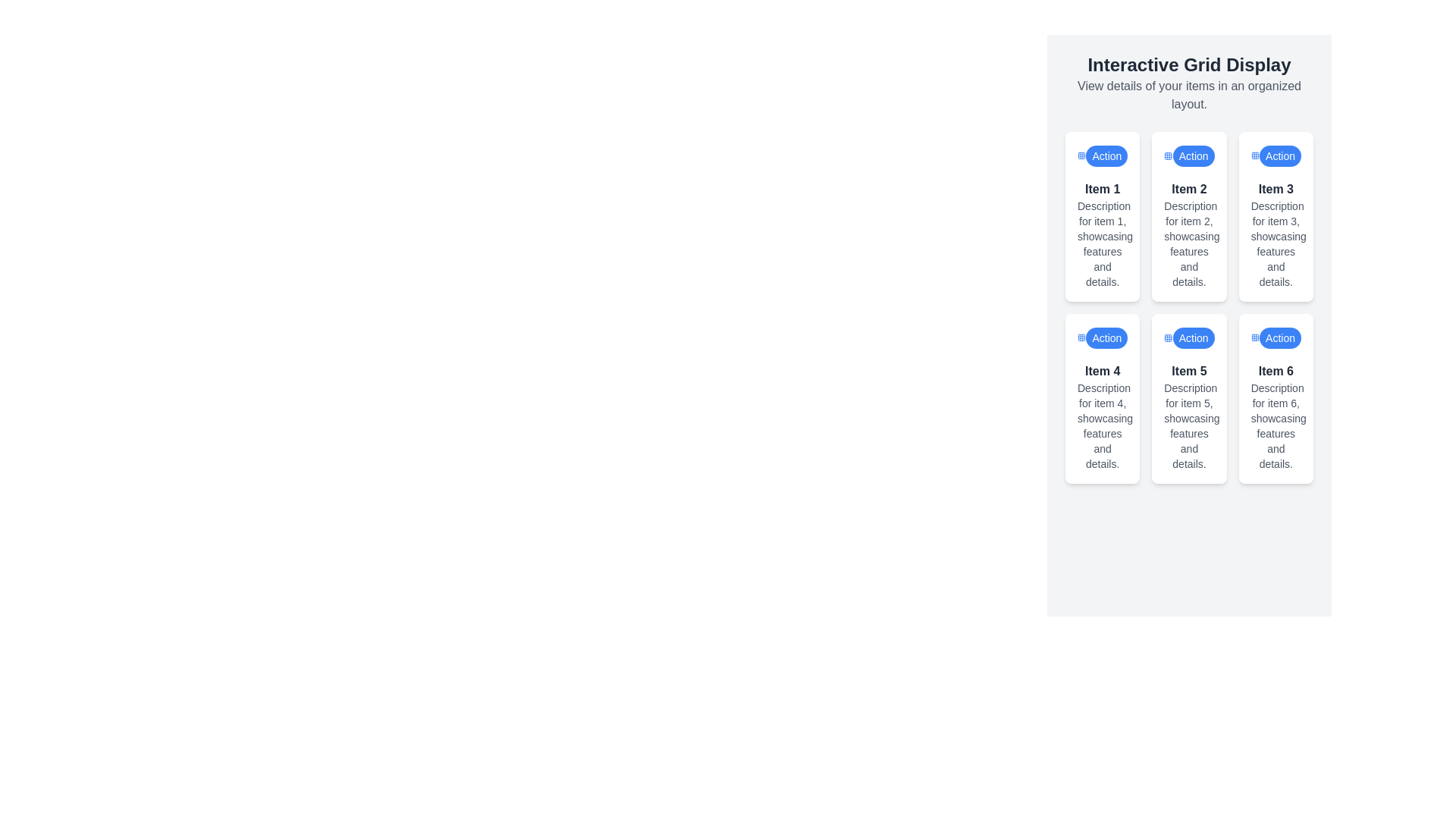  Describe the element at coordinates (1188, 337) in the screenshot. I see `the blue 'Action' button with a grid icon` at that location.